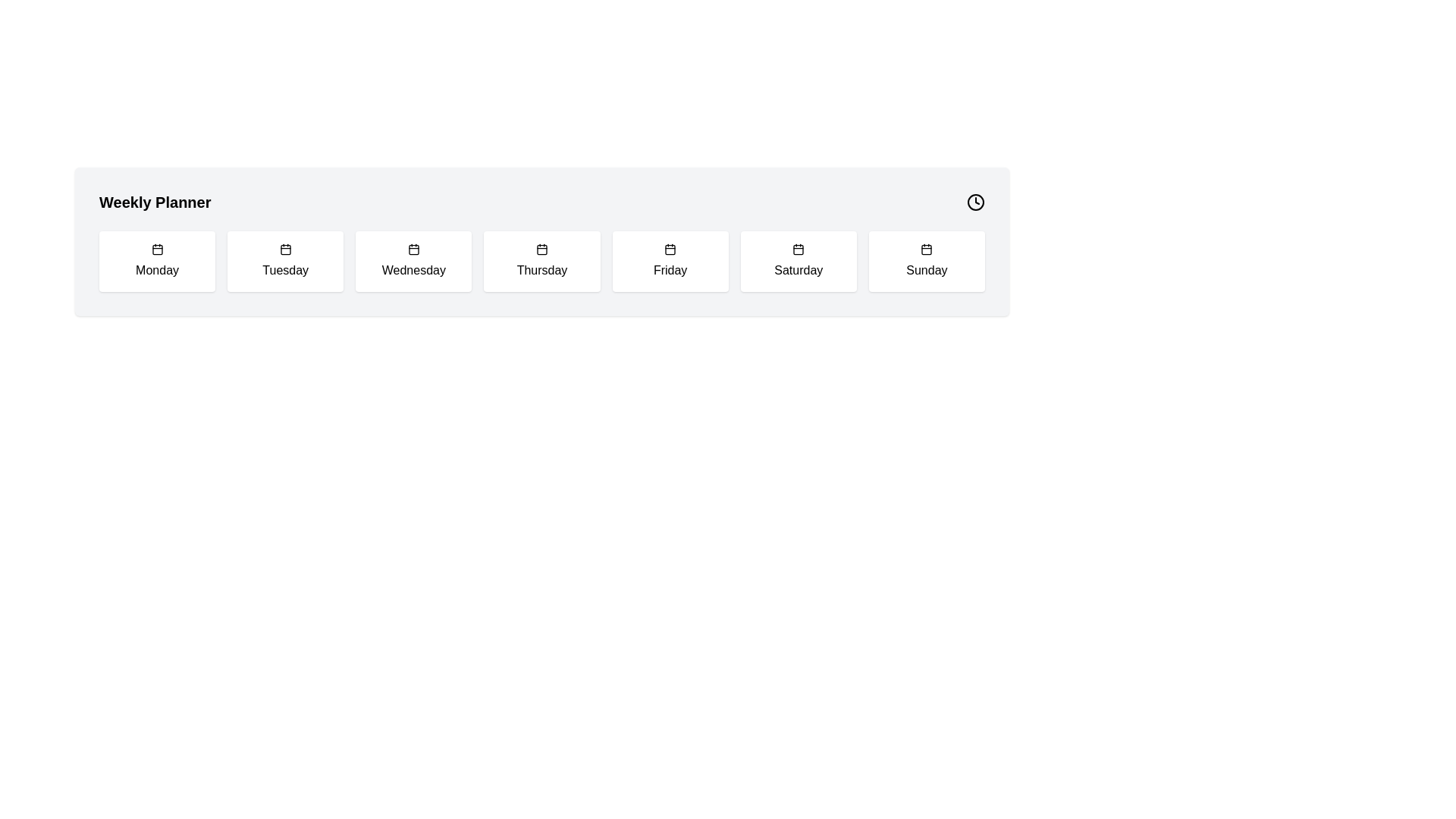 This screenshot has height=819, width=1456. What do you see at coordinates (542, 260) in the screenshot?
I see `the grid layout containing clickable day cards` at bounding box center [542, 260].